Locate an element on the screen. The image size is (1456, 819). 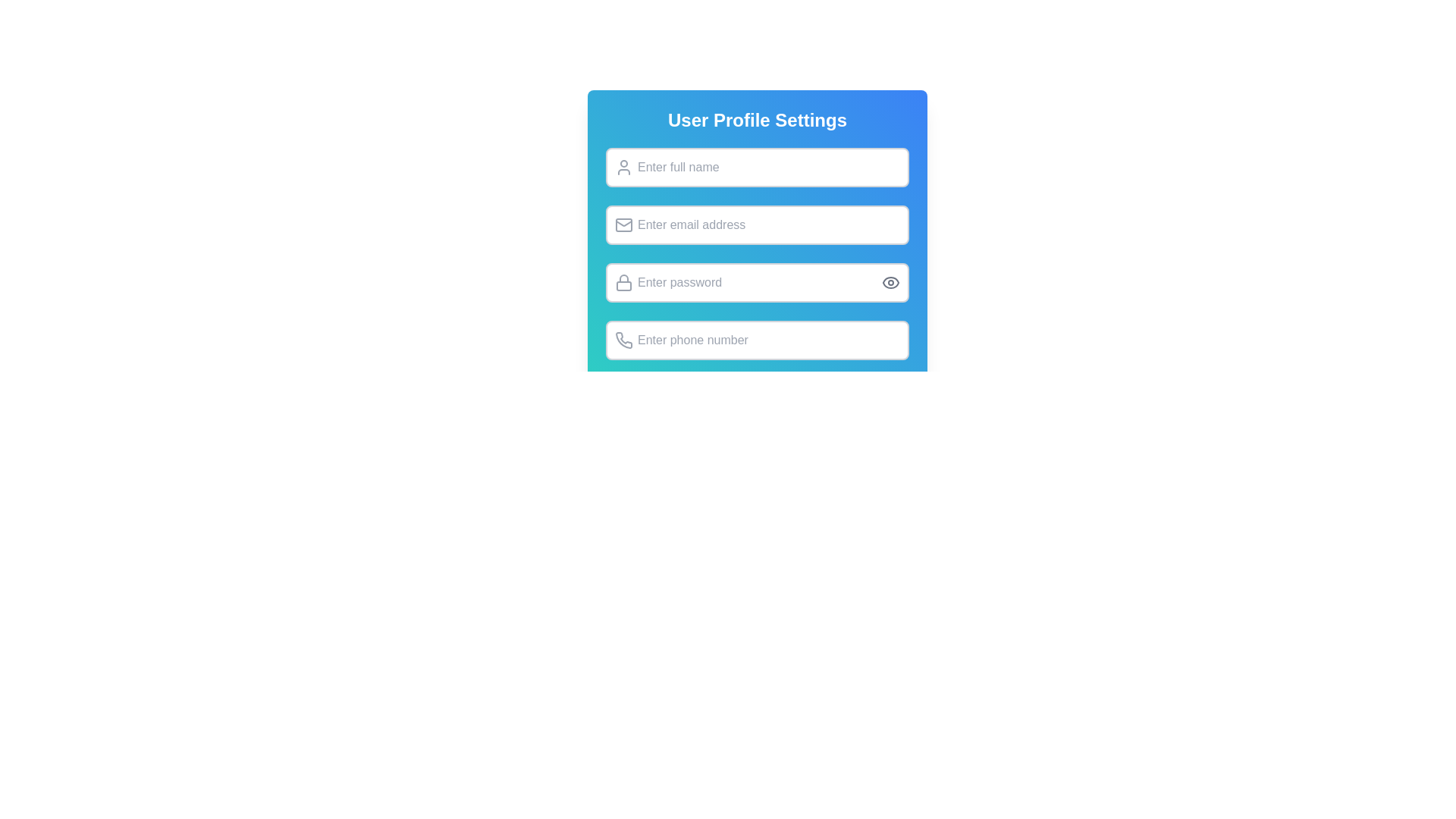
the Password Input Field that is the third input field in a vertical arrangement of form fields, located between the Email field and the Phone number field, to focus and begin typing is located at coordinates (757, 262).